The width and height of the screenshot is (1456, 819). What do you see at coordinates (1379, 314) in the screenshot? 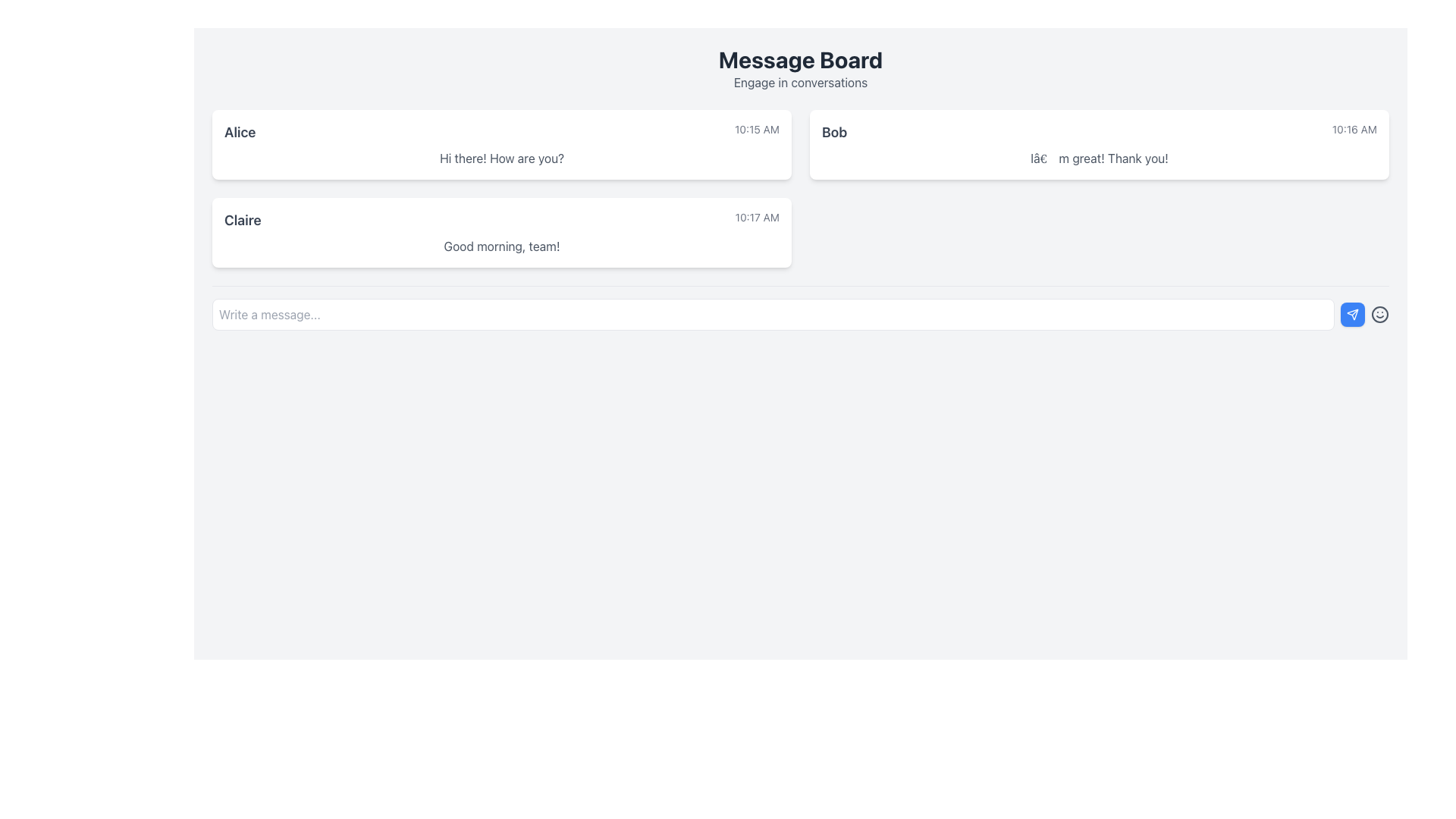
I see `the circular face icon represented by an SVG graphics component located in the bottom-right corner of the interface` at bounding box center [1379, 314].